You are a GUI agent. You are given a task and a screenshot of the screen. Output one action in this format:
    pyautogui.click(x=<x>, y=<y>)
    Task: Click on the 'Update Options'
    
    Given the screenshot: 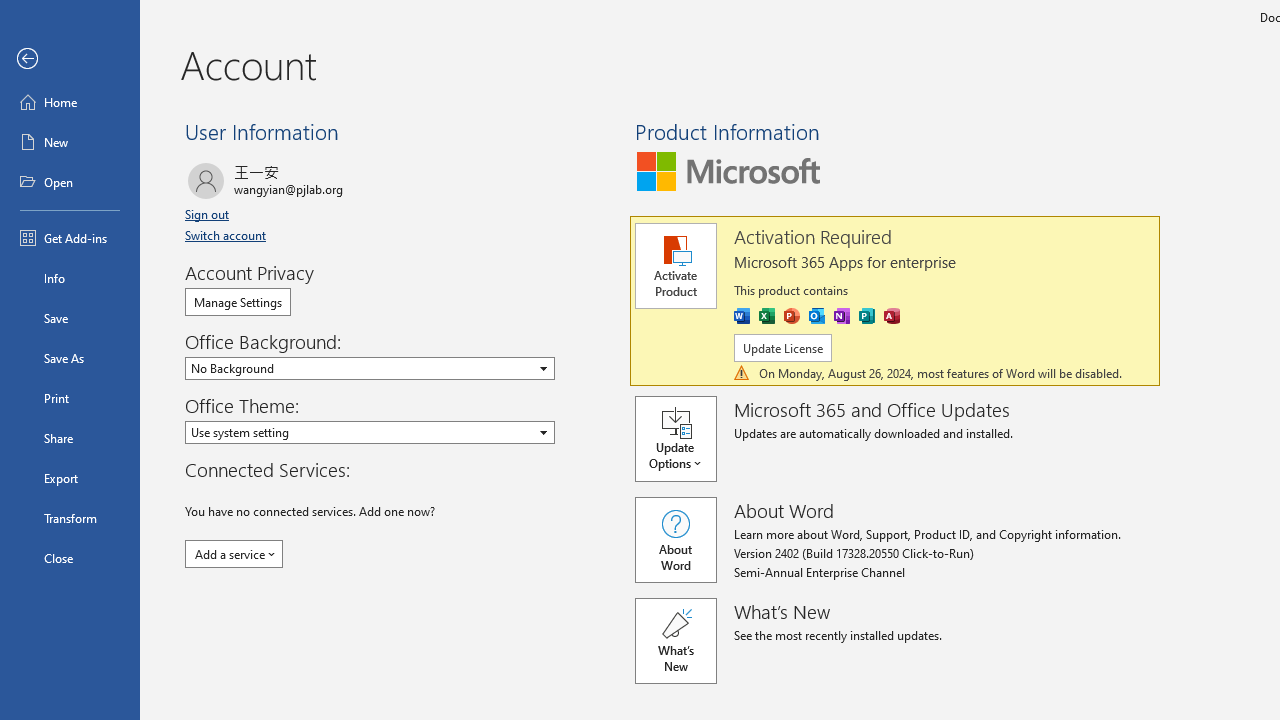 What is the action you would take?
    pyautogui.click(x=684, y=437)
    